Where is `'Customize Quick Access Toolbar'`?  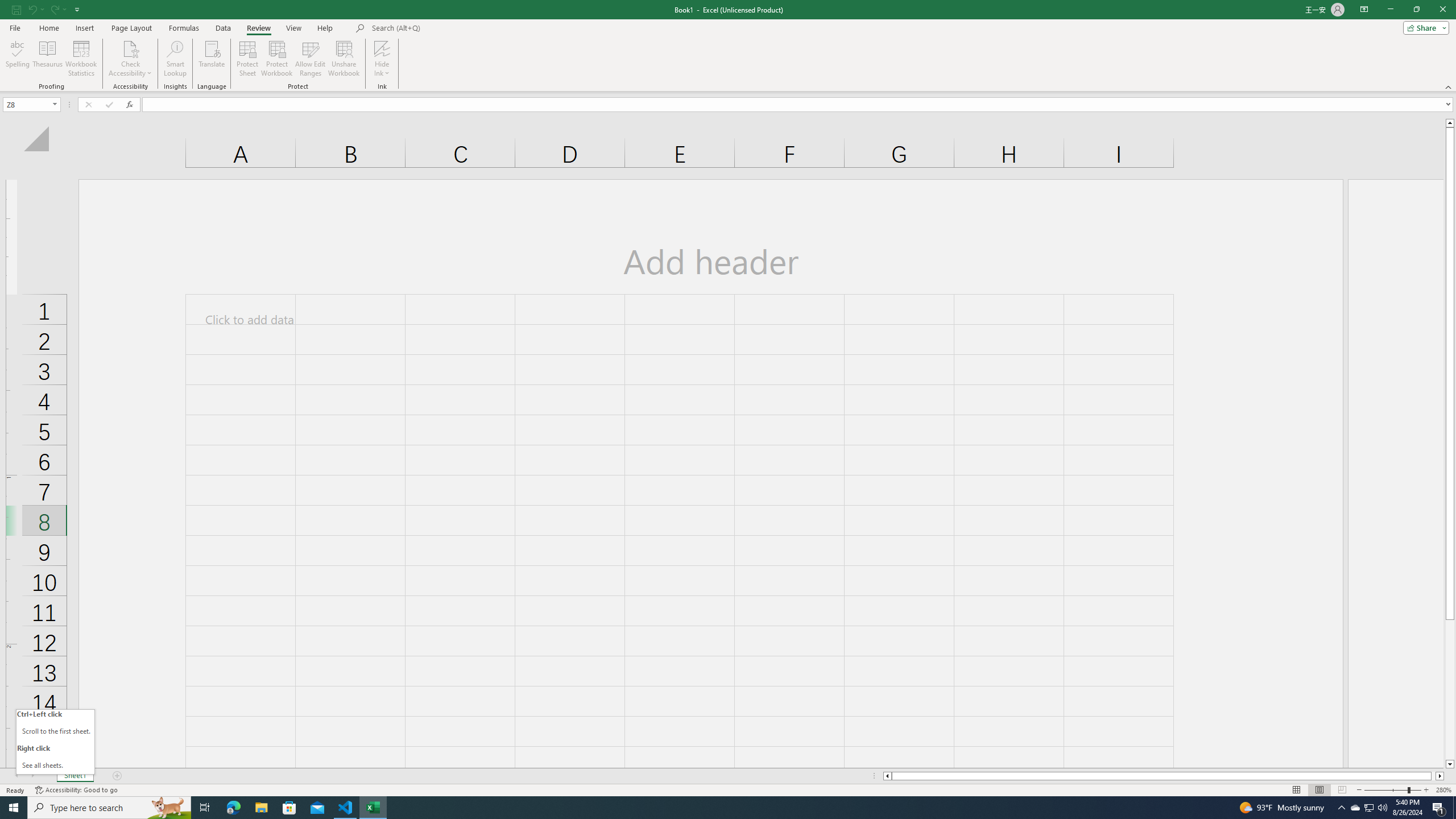
'Customize Quick Access Toolbar' is located at coordinates (77, 9).